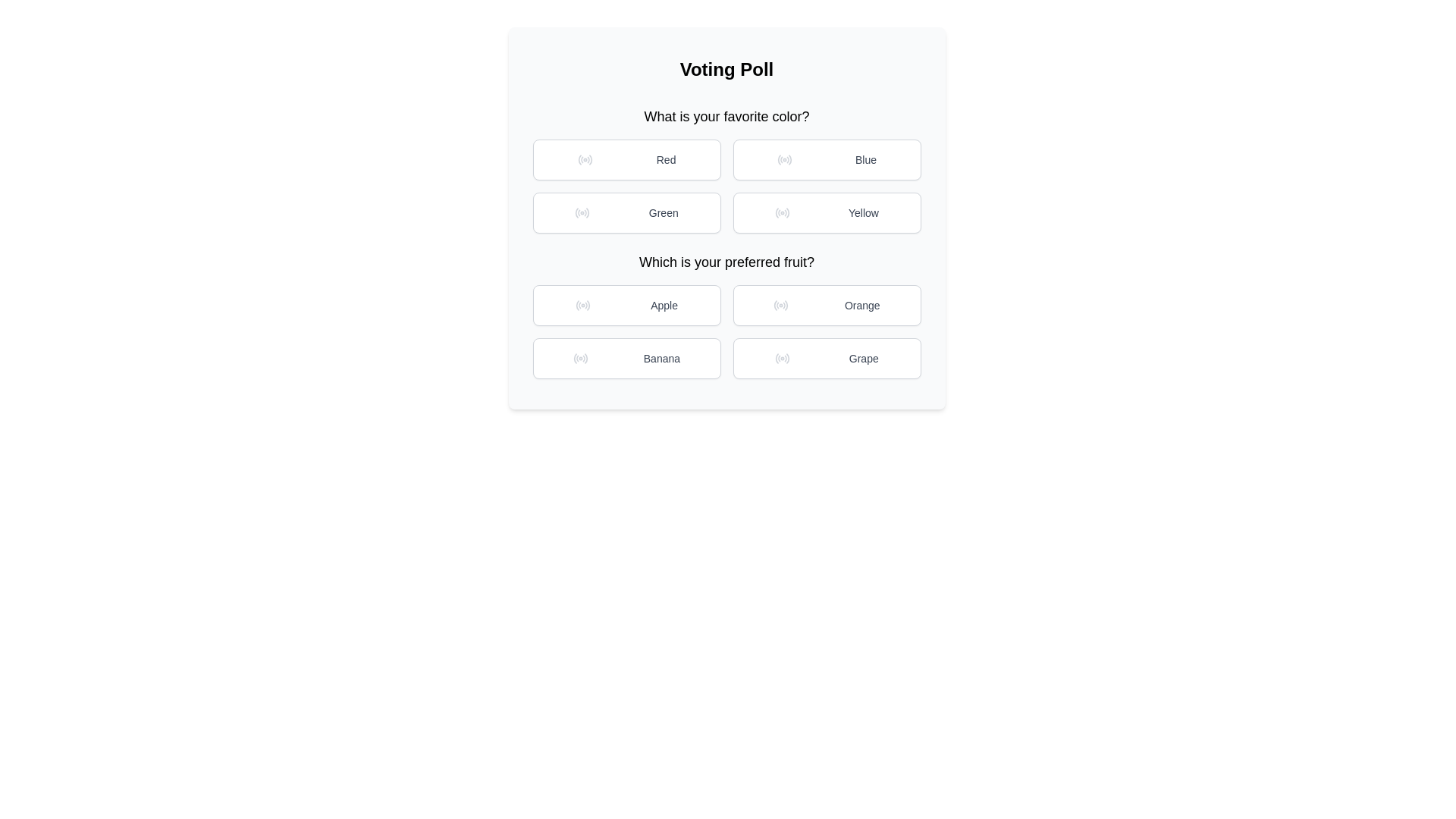 This screenshot has width=1456, height=819. What do you see at coordinates (864, 359) in the screenshot?
I see `the text label 'Grape' which is part of the interactive button for the second question 'Which is your preferred fruit?' located in the bottom-right position of the second group of options` at bounding box center [864, 359].